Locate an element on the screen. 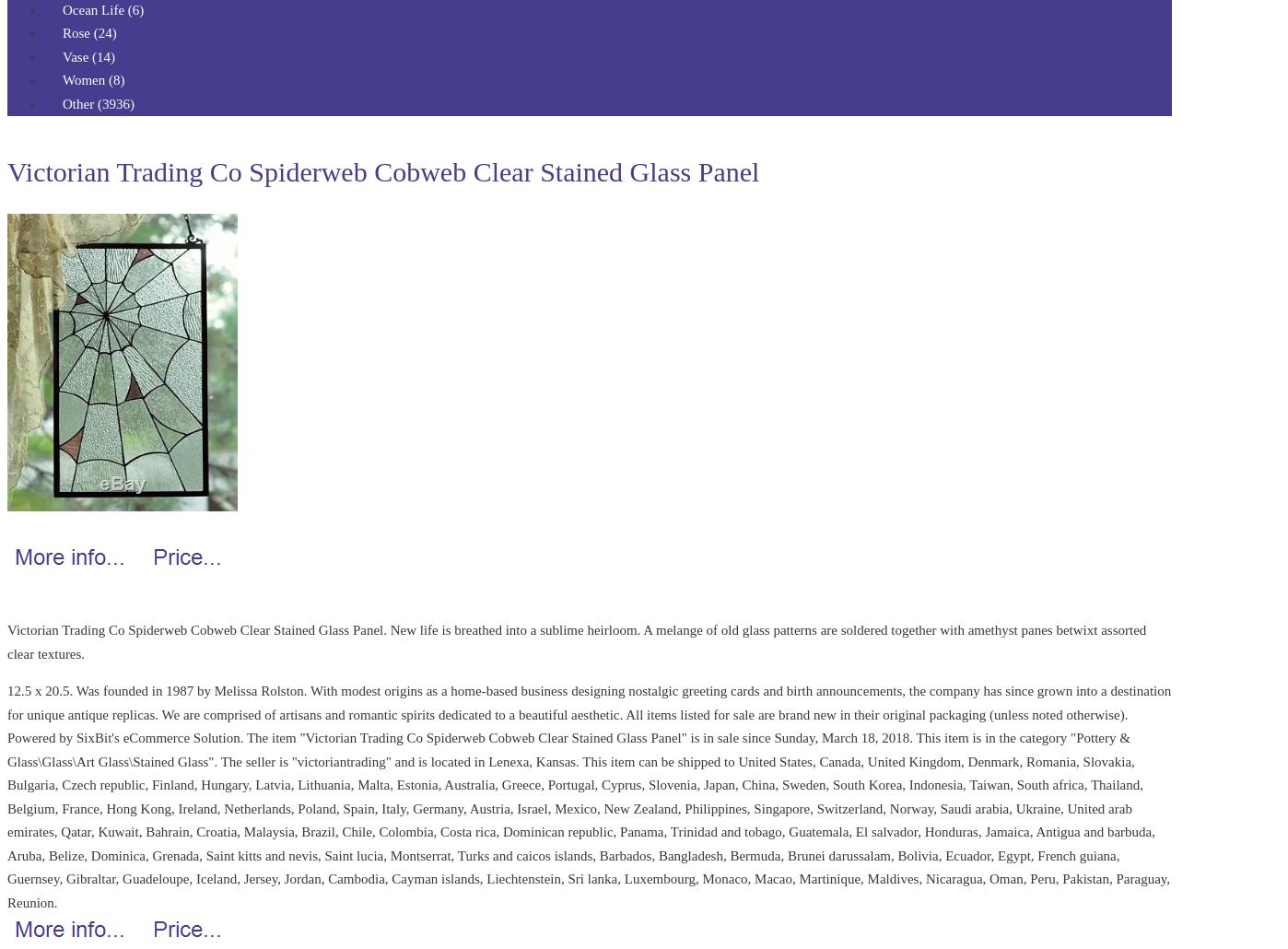  'Other (3936)' is located at coordinates (98, 101).